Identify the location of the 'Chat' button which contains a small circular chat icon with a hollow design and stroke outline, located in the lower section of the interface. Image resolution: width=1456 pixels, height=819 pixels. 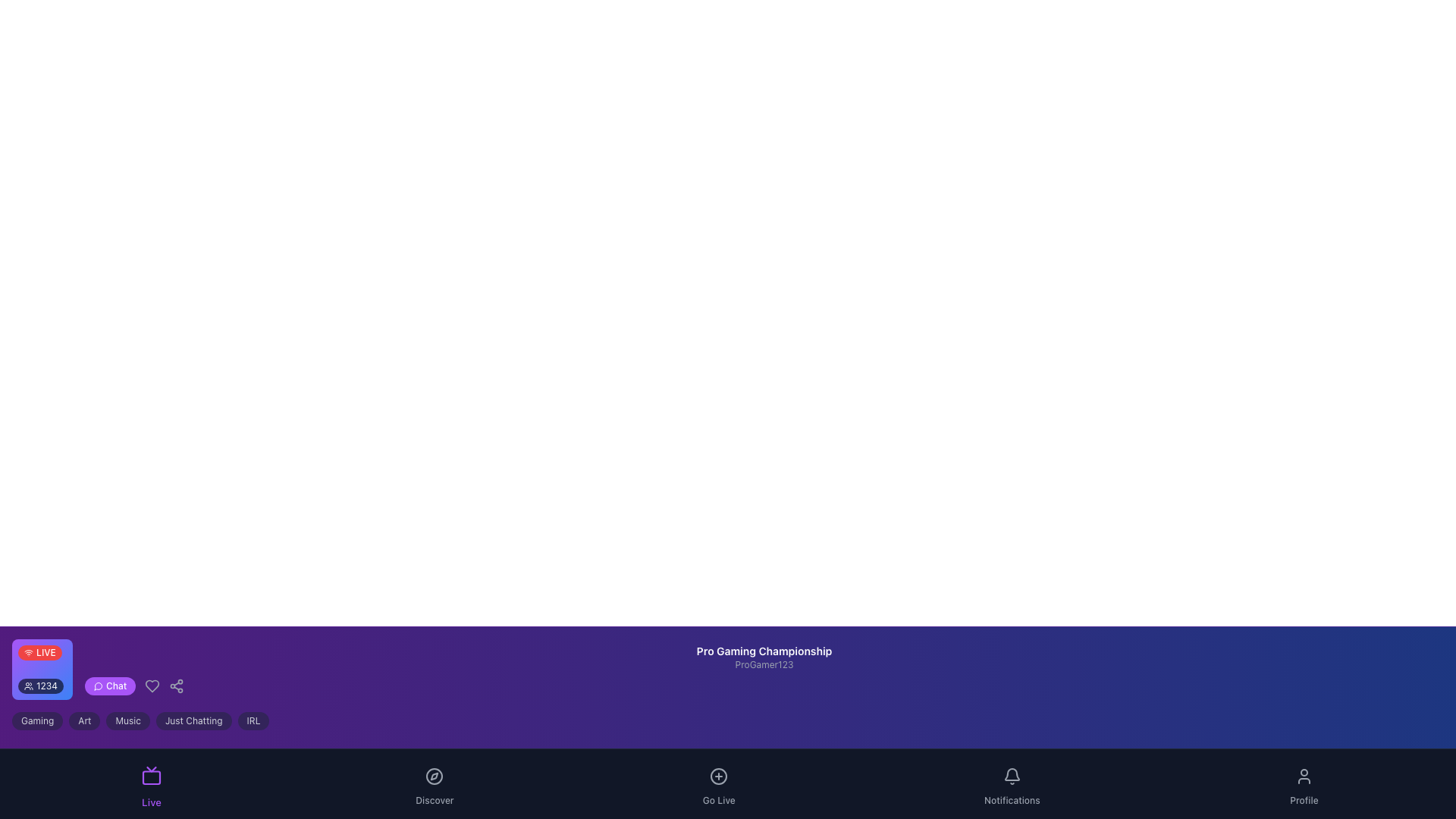
(97, 686).